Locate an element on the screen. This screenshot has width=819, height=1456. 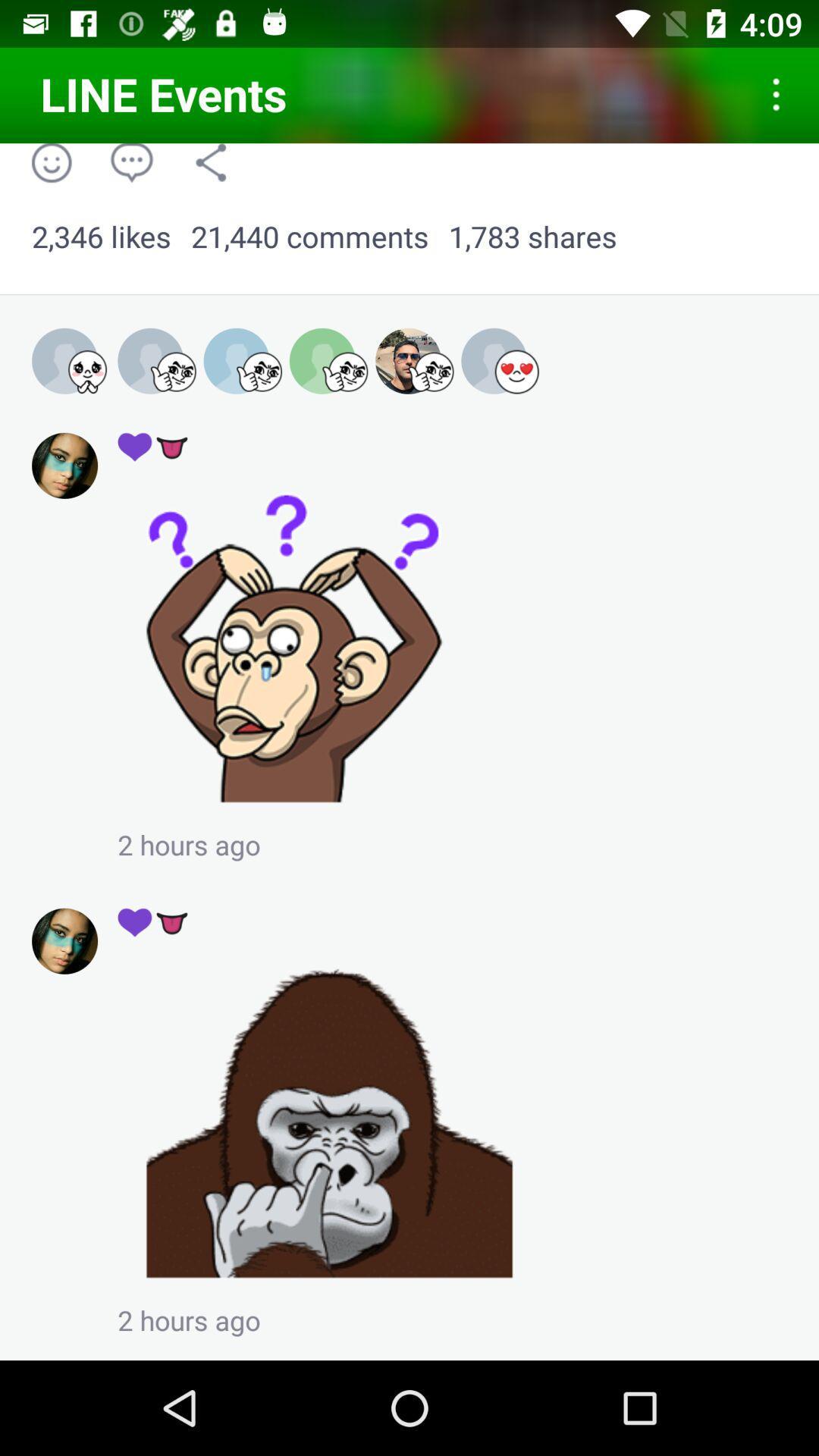
the app next to 21,440 comments is located at coordinates (532, 237).